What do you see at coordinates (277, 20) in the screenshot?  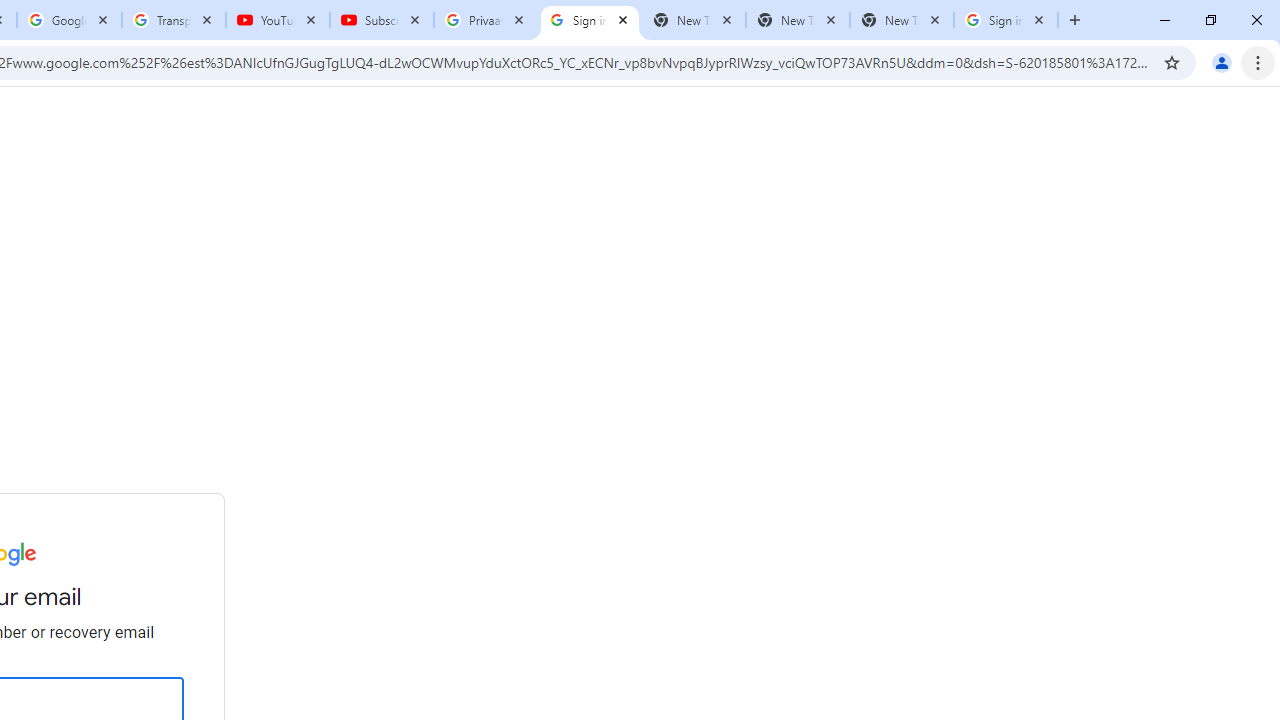 I see `'YouTube'` at bounding box center [277, 20].